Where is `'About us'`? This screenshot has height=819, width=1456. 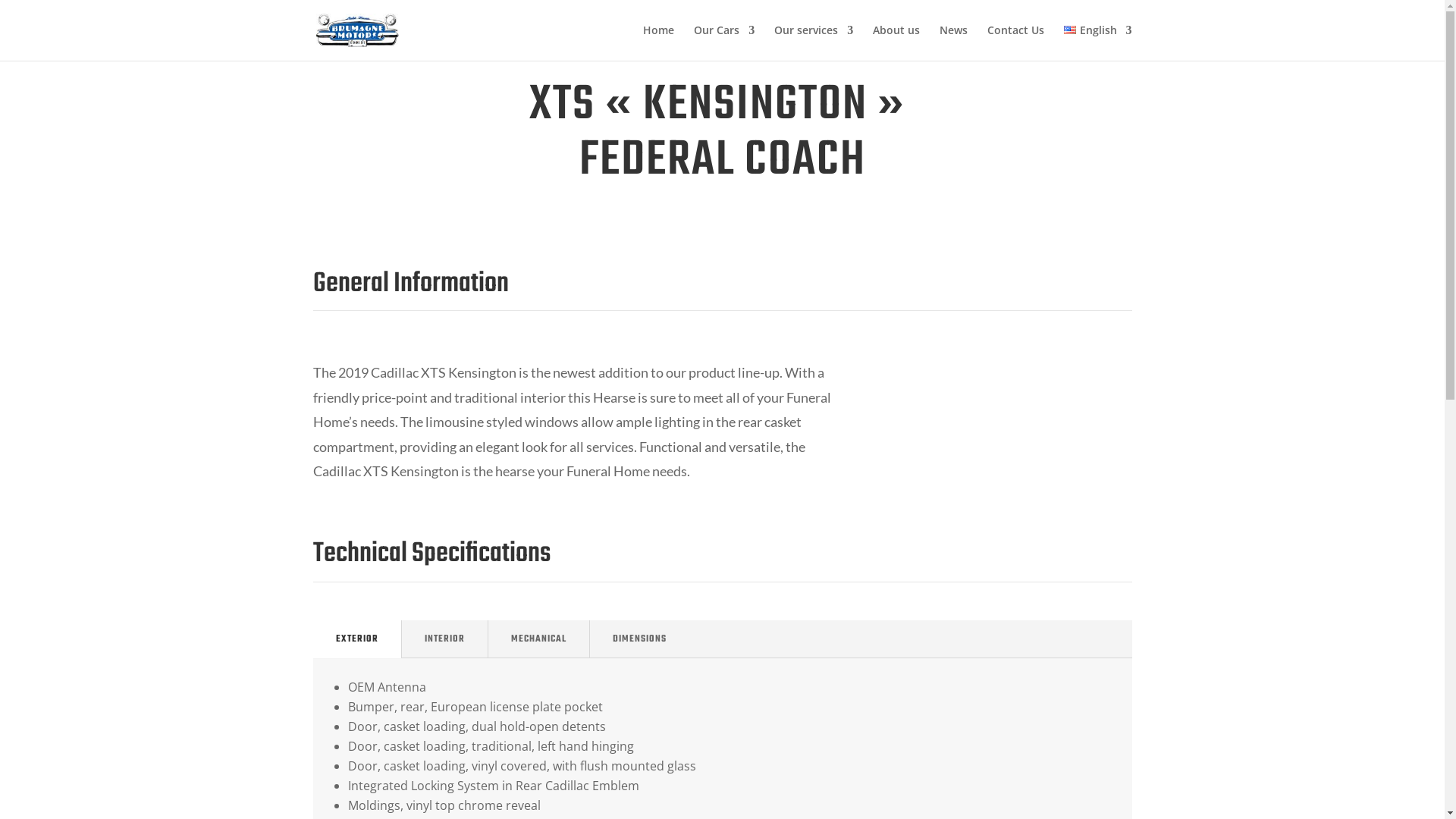 'About us' is located at coordinates (896, 42).